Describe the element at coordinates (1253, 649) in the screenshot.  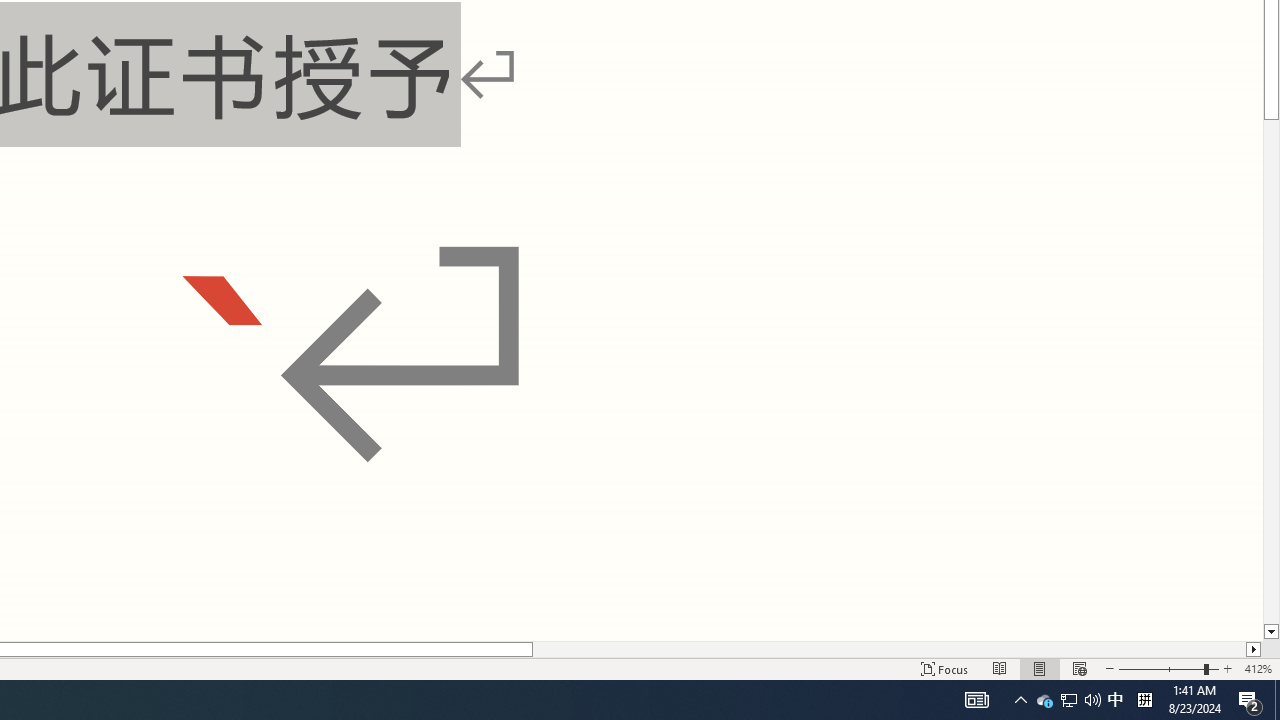
I see `'Column right'` at that location.